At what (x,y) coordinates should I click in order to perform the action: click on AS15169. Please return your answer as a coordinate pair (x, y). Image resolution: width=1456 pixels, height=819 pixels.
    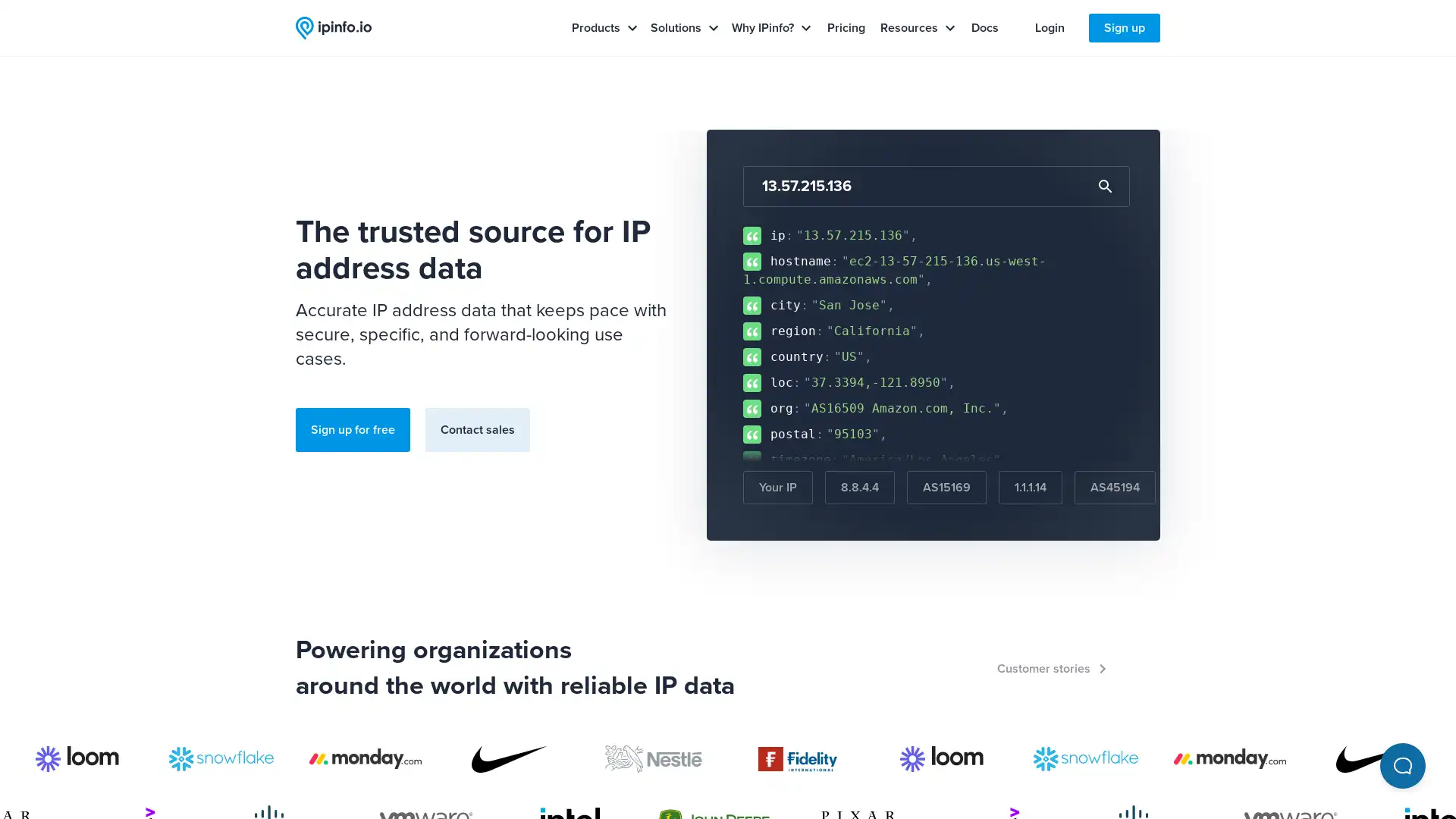
    Looking at the image, I should click on (946, 488).